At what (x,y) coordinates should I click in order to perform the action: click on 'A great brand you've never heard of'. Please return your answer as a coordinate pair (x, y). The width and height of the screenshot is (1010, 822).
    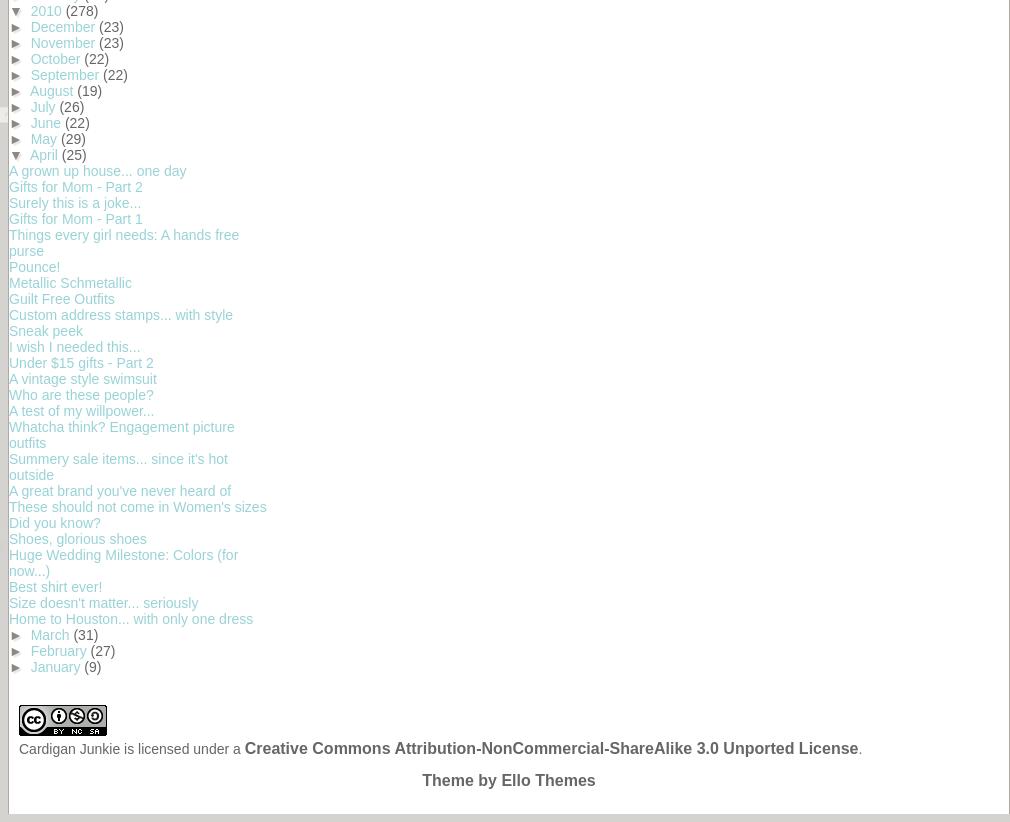
    Looking at the image, I should click on (118, 490).